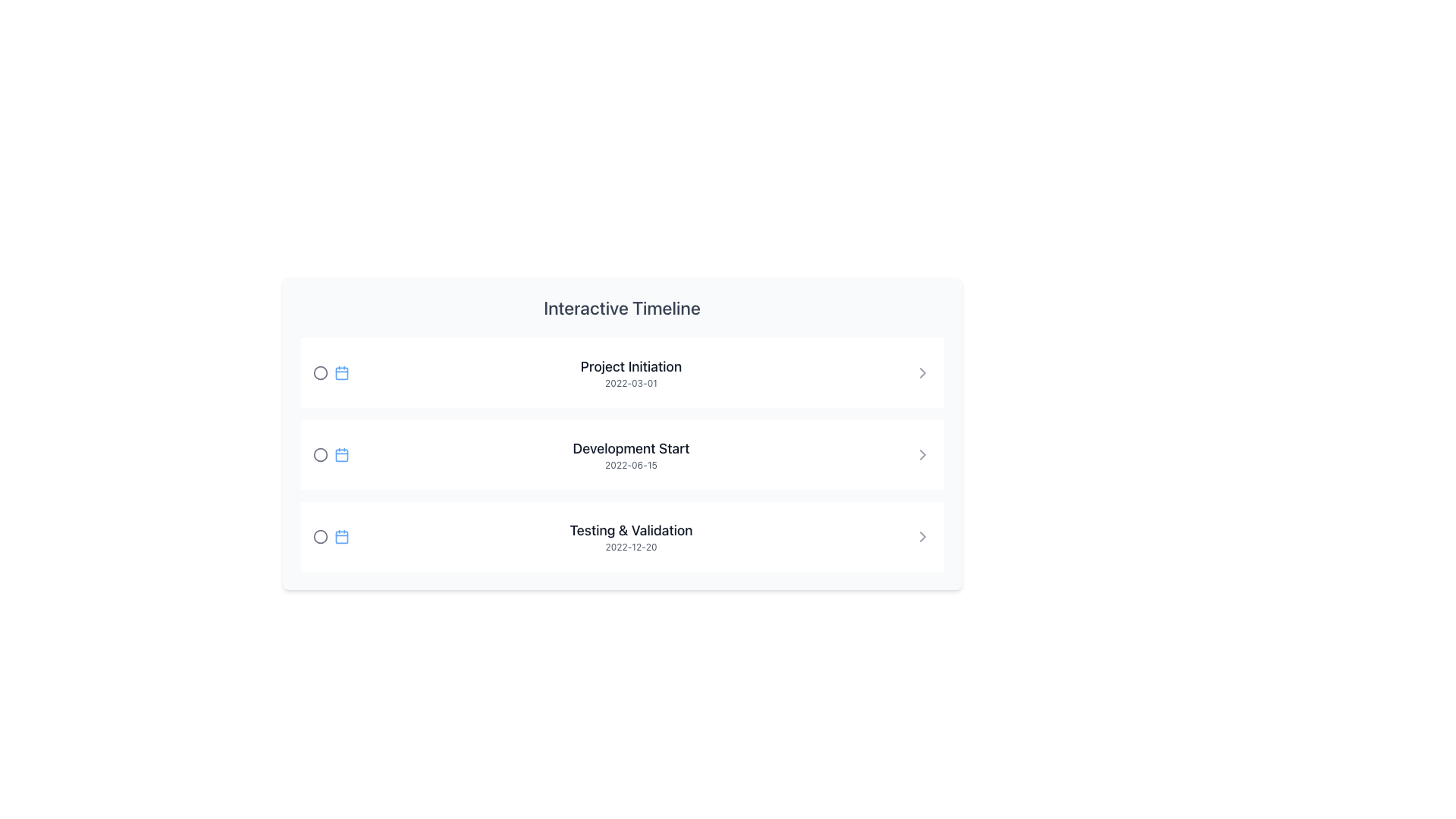 This screenshot has width=1456, height=819. I want to click on the calendar icon located at the top-left corner of the first row in the list layout, next to the 'Project Initiation 2022-03-01' label, so click(330, 373).